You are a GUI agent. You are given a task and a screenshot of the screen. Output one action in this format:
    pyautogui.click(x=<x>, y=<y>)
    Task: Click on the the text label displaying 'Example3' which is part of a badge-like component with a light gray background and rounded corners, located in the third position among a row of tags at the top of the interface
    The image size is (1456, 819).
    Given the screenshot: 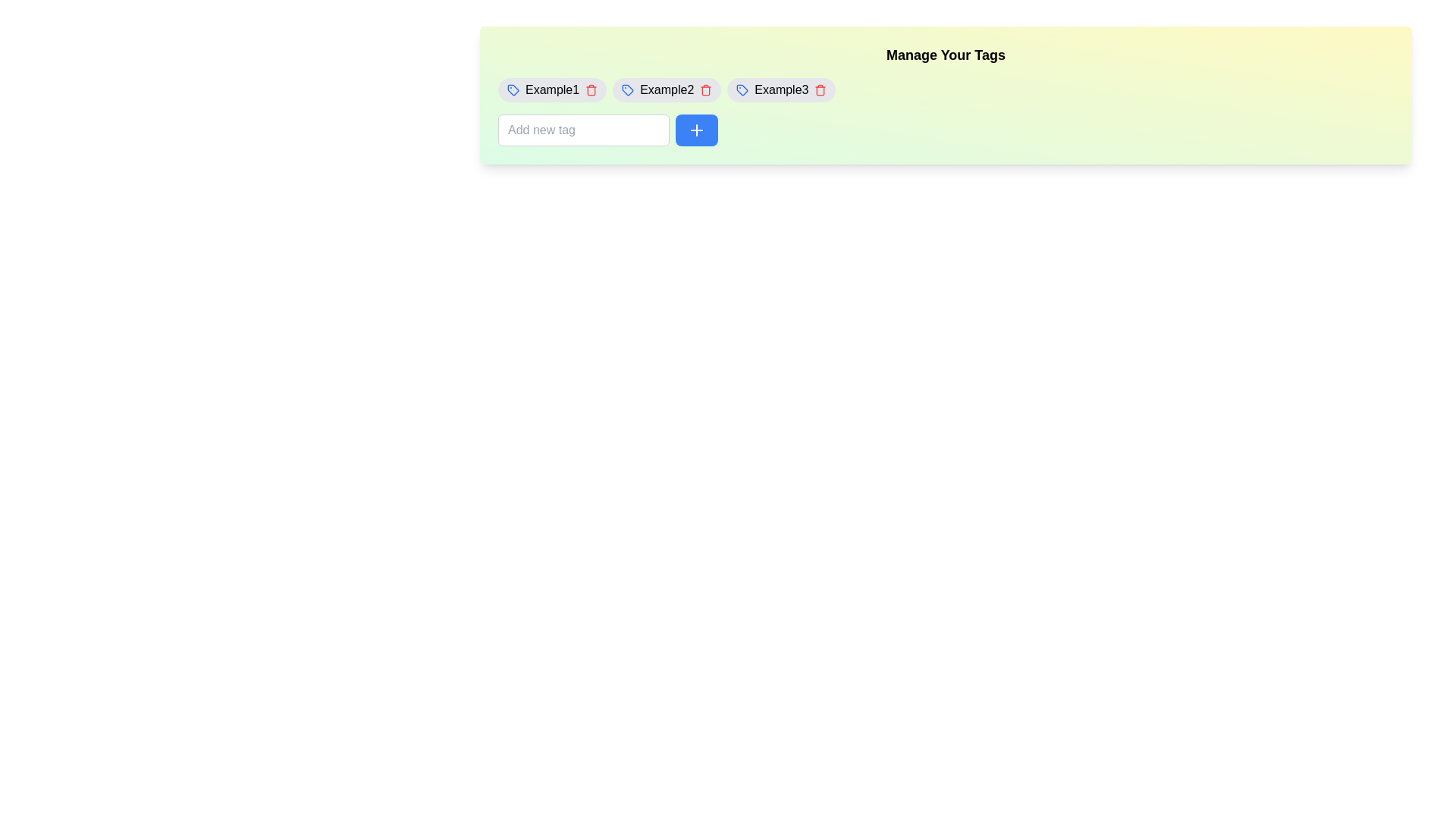 What is the action you would take?
    pyautogui.click(x=781, y=90)
    